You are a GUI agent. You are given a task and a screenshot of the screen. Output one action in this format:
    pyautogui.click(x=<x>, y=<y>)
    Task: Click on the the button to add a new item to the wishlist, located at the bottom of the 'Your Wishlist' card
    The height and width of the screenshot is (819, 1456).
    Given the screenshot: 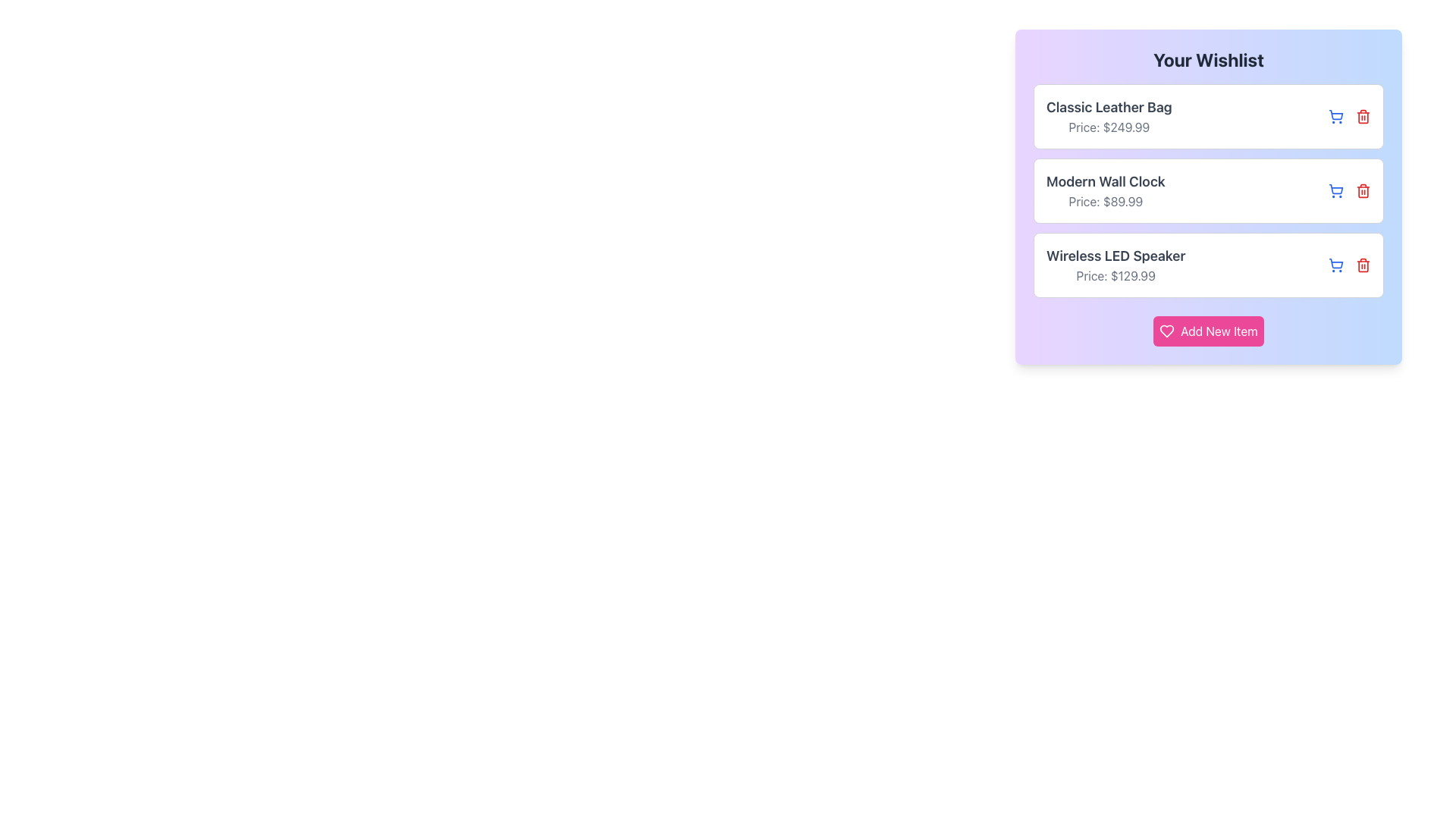 What is the action you would take?
    pyautogui.click(x=1207, y=330)
    